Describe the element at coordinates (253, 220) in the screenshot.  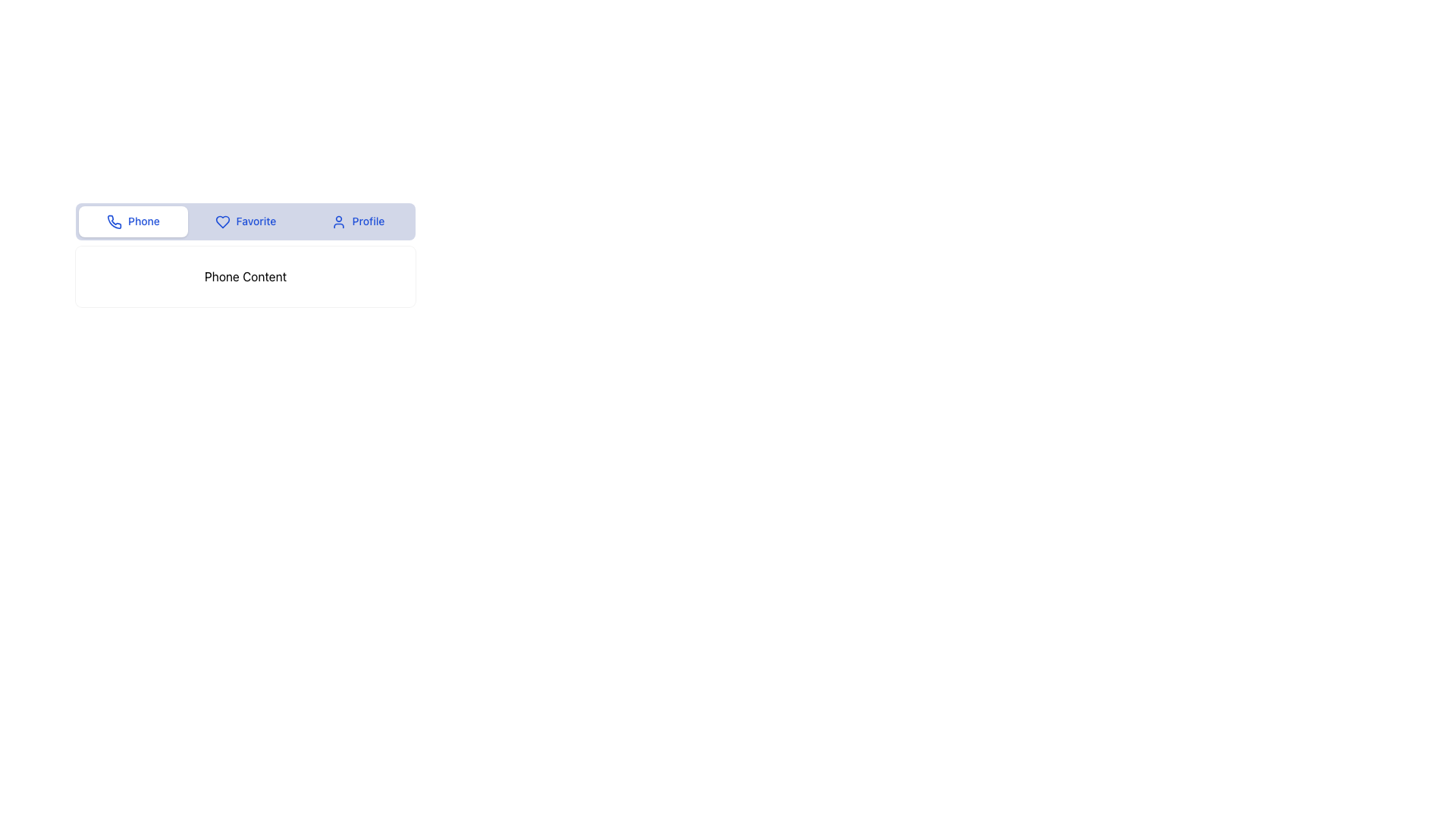
I see `the 'Favorite' tab` at that location.